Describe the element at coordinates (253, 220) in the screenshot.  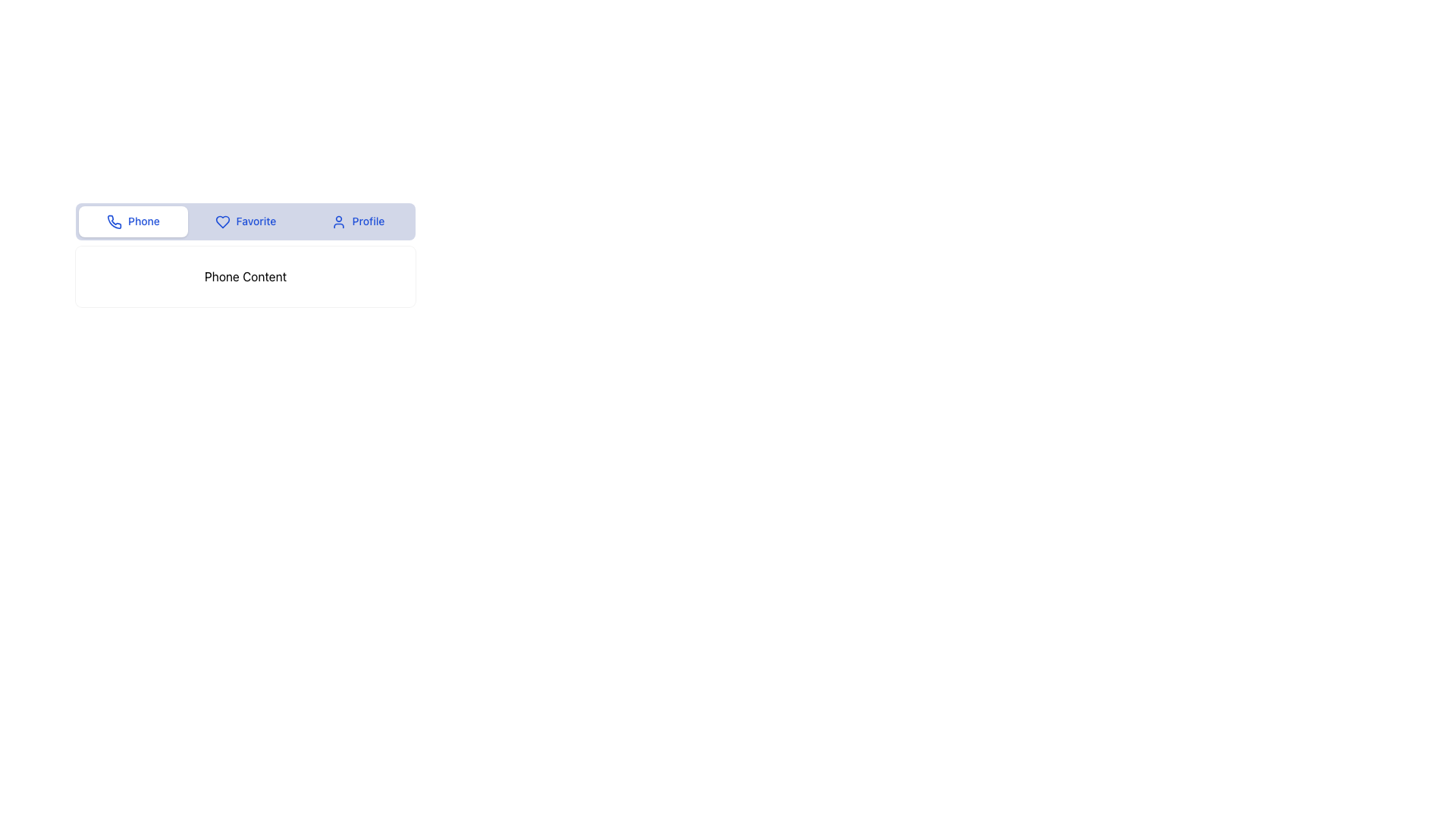
I see `the 'Favorite' tab` at that location.